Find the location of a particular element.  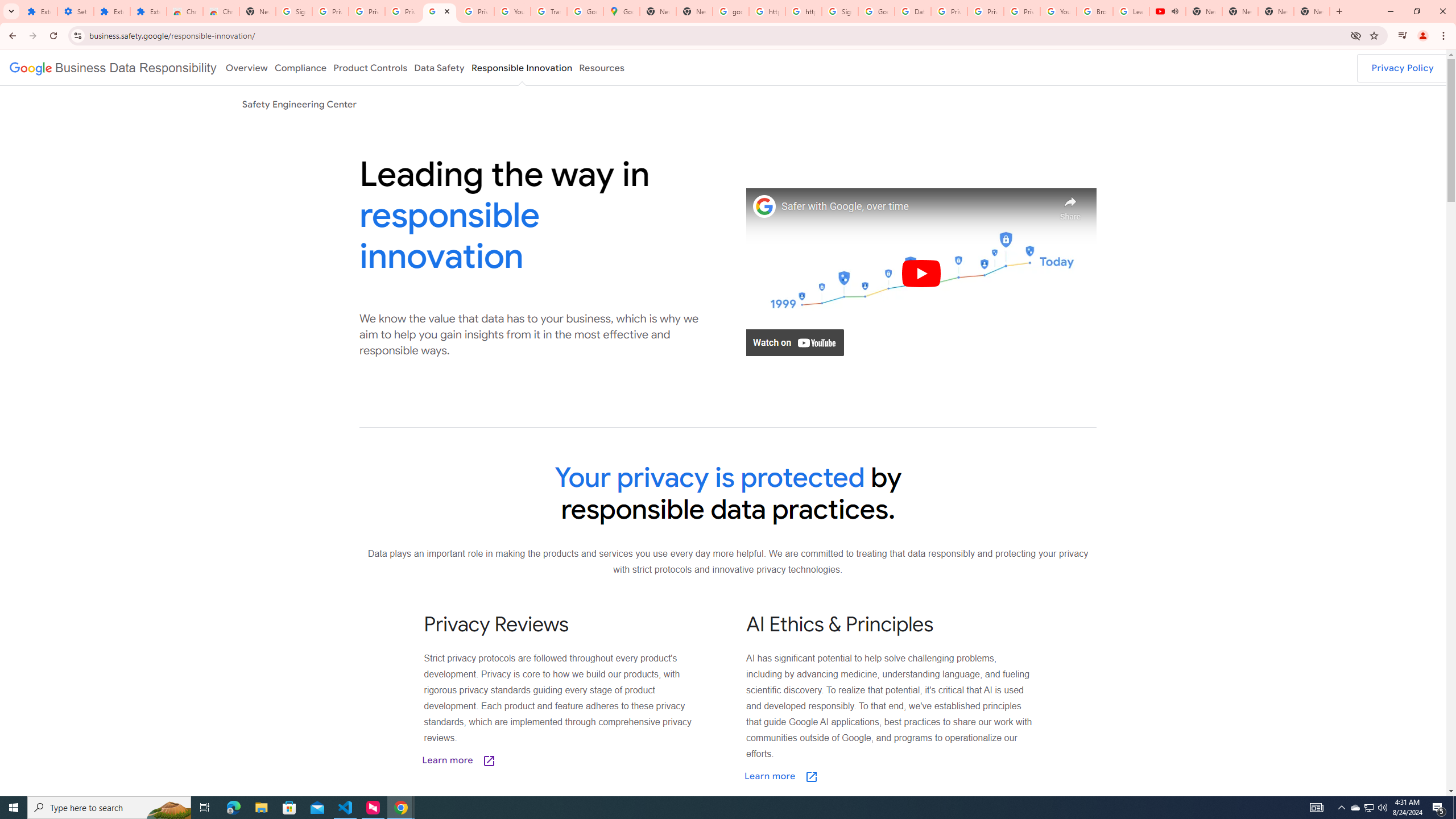

'Settings' is located at coordinates (76, 11).